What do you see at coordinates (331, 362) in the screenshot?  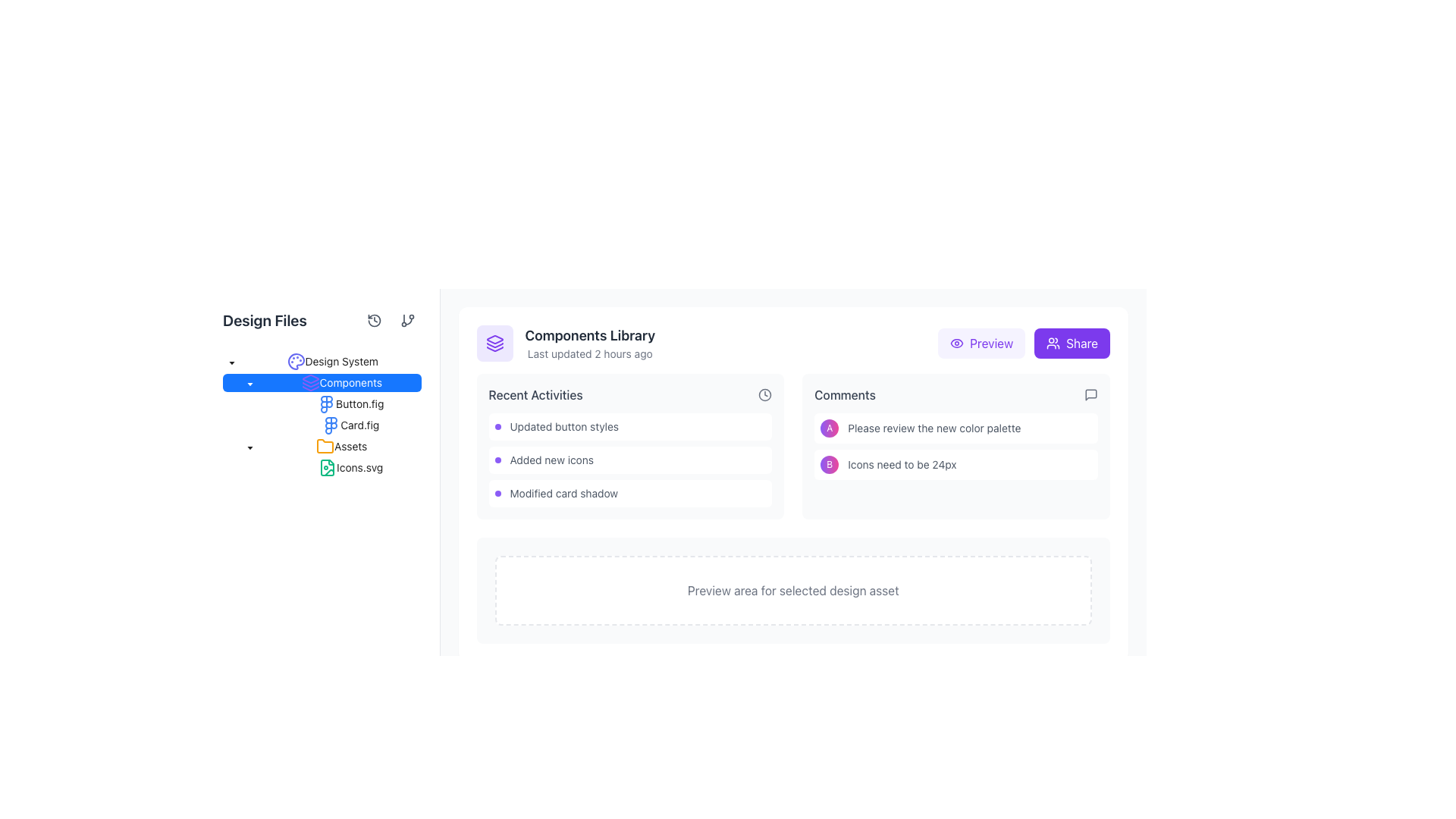 I see `the top-most tree node in the 'Design Files' section` at bounding box center [331, 362].